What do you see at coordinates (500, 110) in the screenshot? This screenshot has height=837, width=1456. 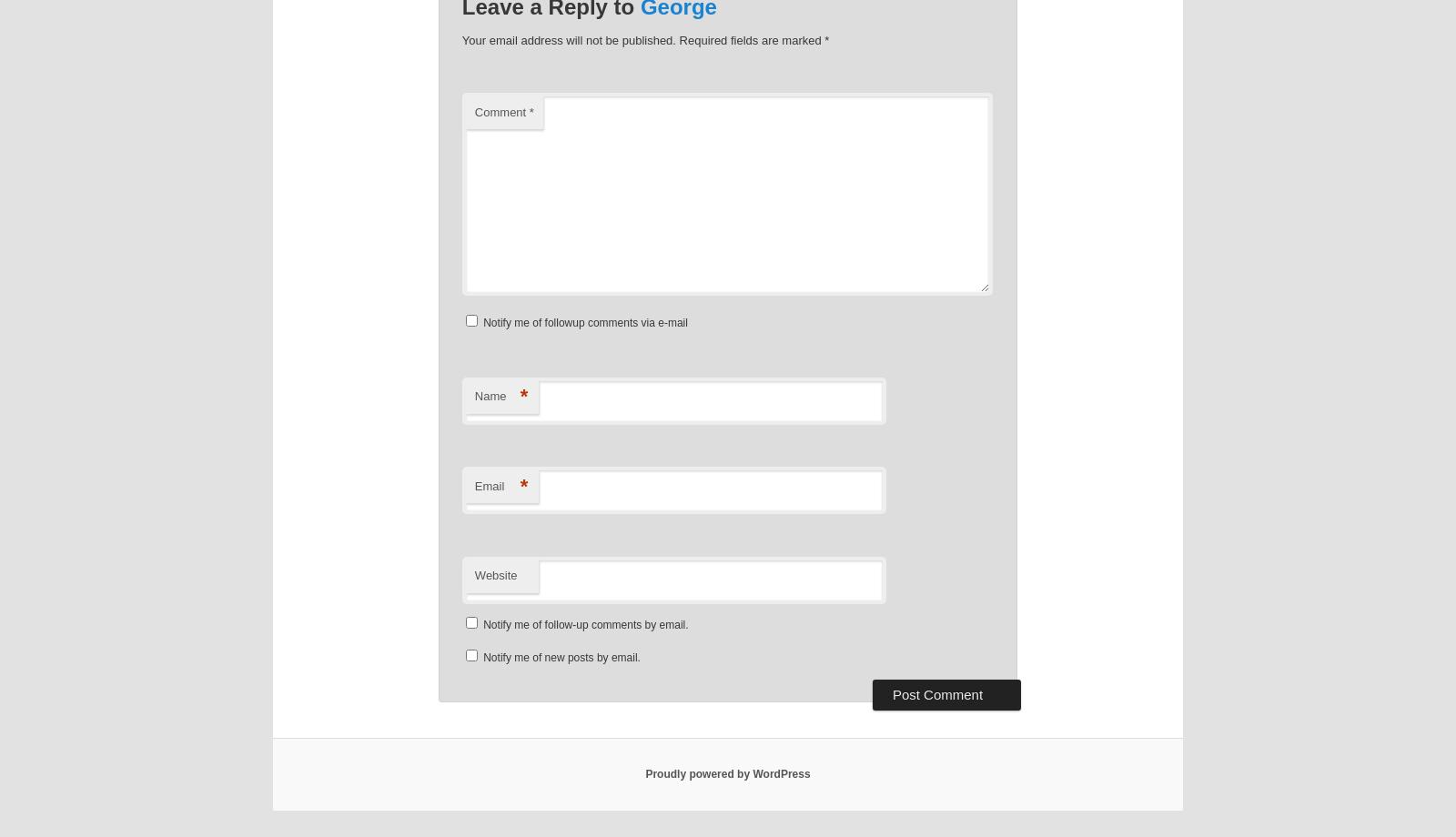 I see `'Comment'` at bounding box center [500, 110].